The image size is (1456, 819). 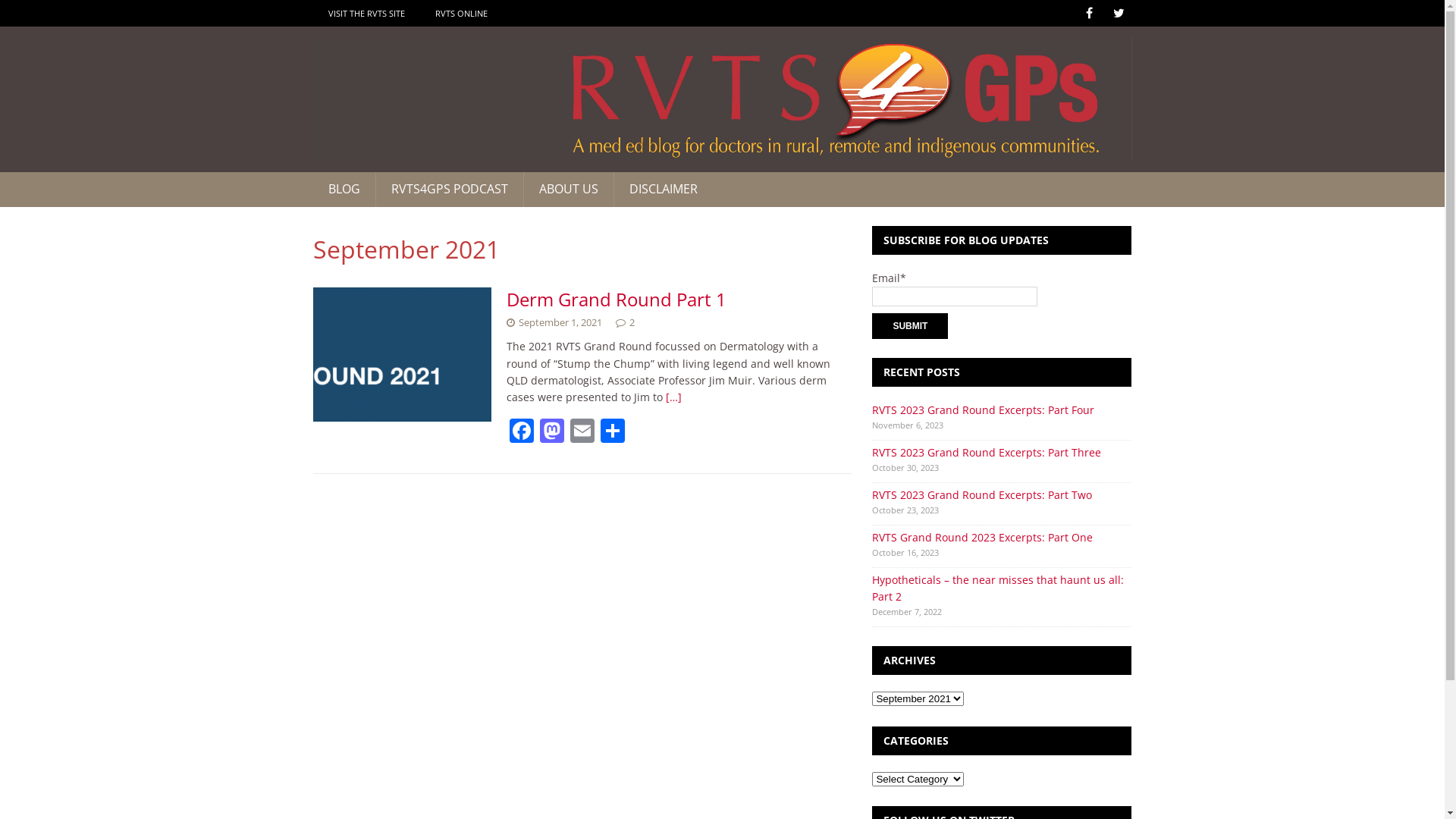 I want to click on 'RVTS ONLINE', so click(x=460, y=13).